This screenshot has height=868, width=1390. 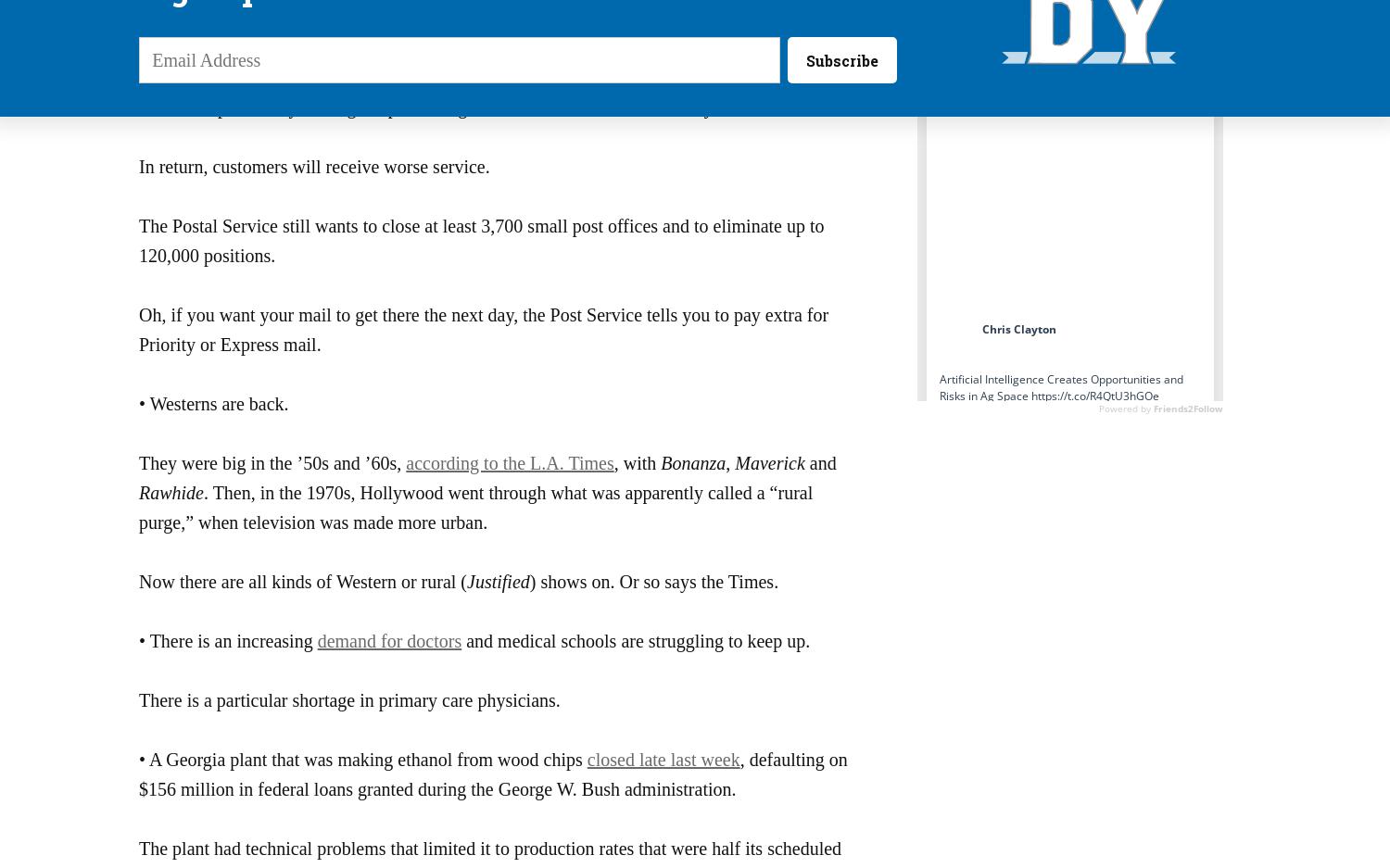 What do you see at coordinates (692, 462) in the screenshot?
I see `'Bonanza'` at bounding box center [692, 462].